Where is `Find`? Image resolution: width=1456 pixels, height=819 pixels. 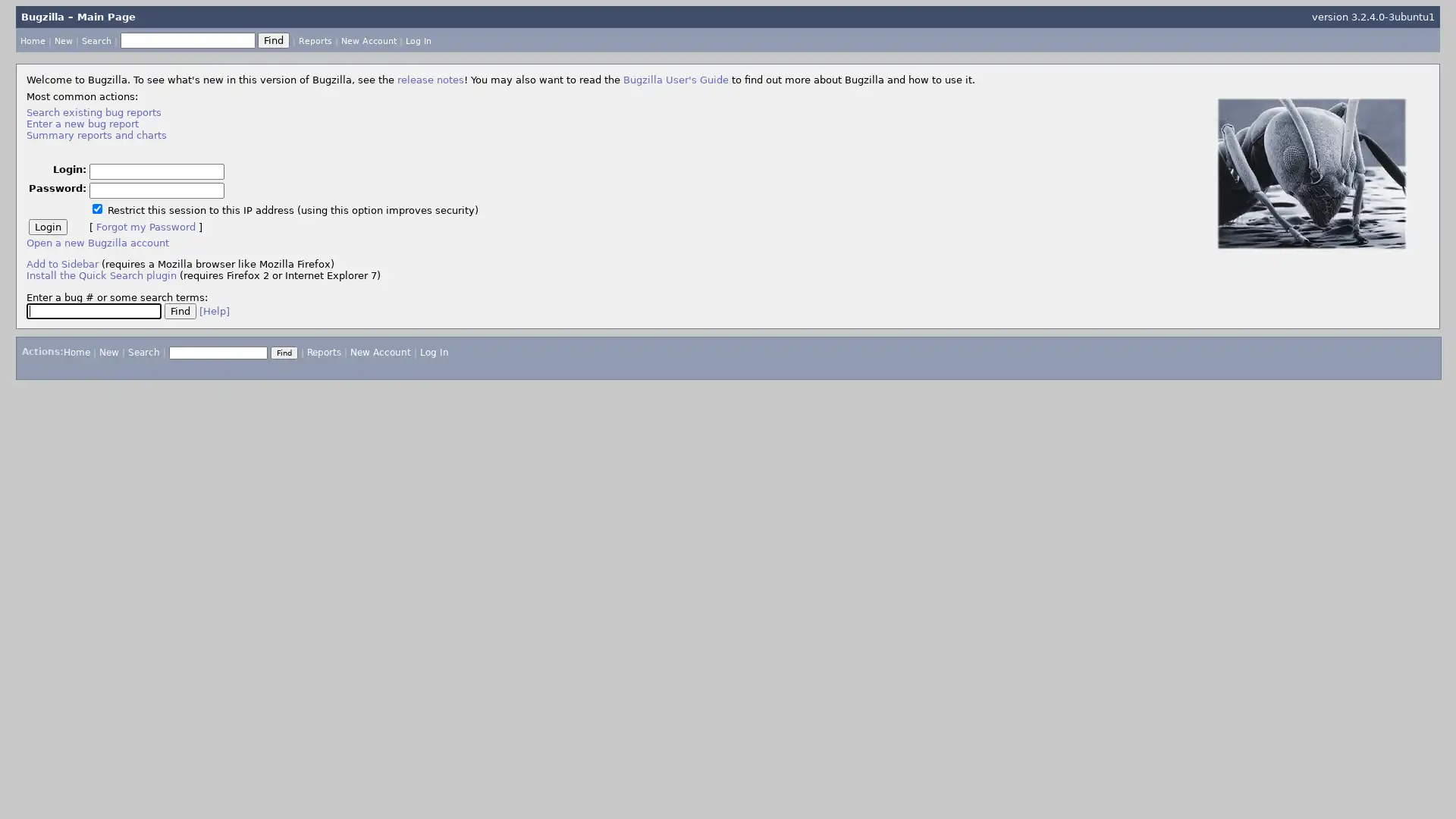 Find is located at coordinates (284, 352).